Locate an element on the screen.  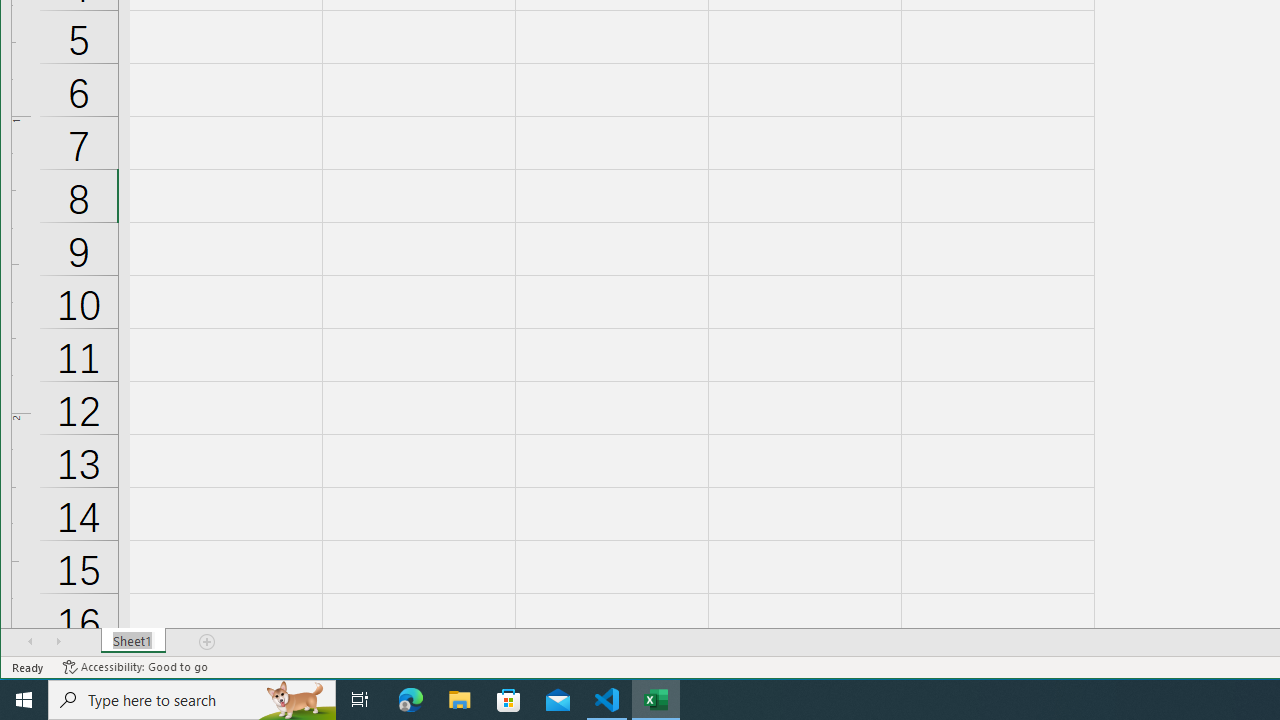
'Search highlights icon opens search home window' is located at coordinates (294, 698).